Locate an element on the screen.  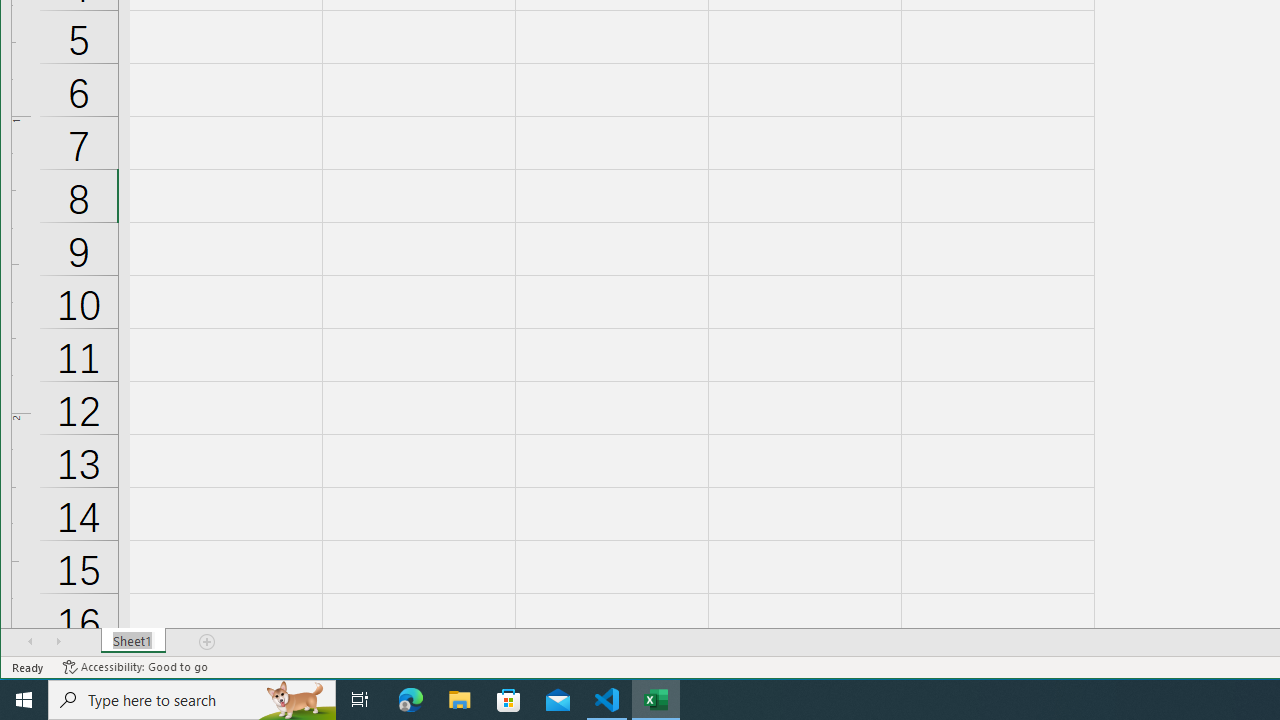
'Search highlights icon opens search home window' is located at coordinates (294, 698).